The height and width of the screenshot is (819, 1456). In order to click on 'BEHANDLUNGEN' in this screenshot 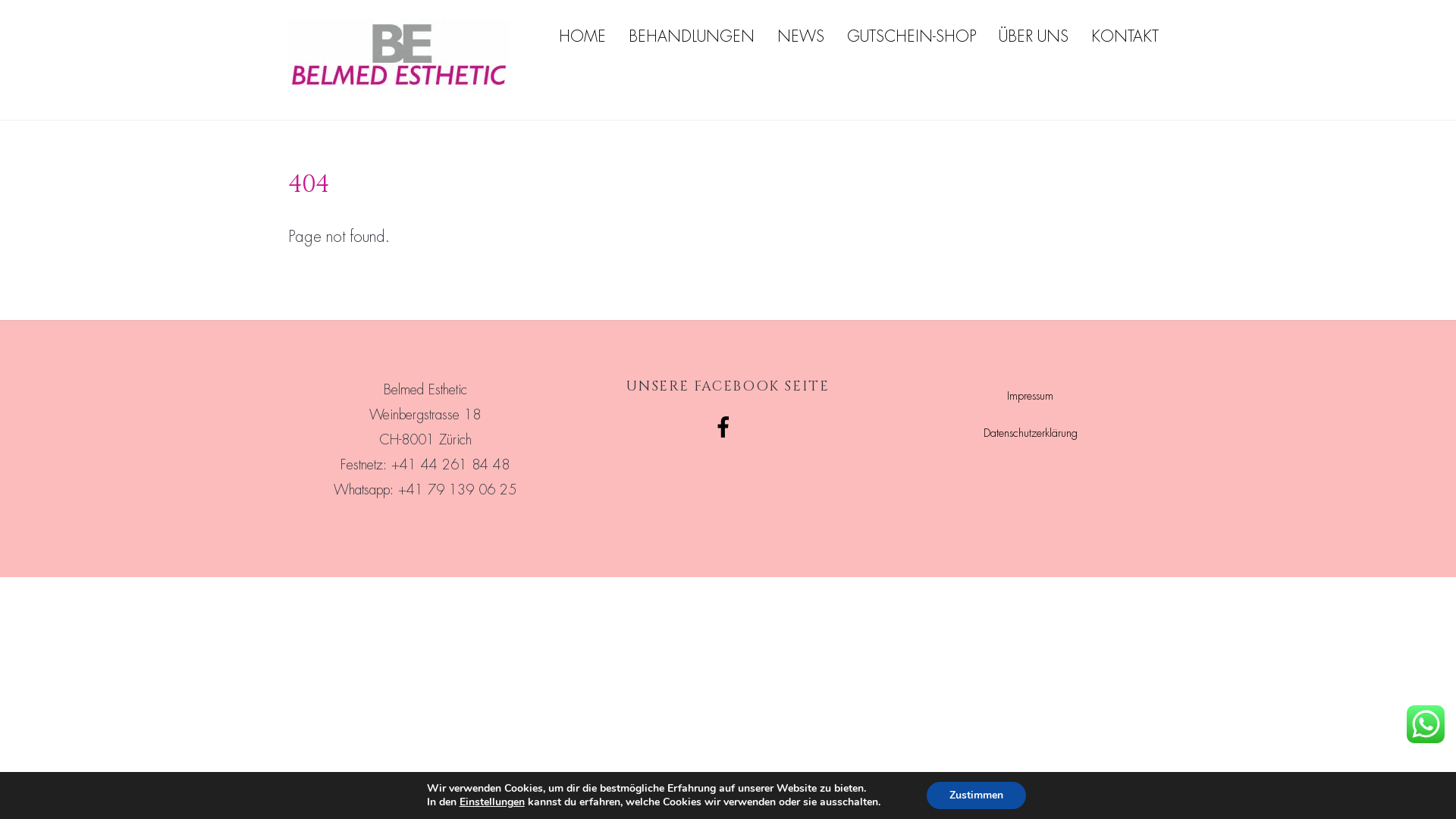, I will do `click(691, 36)`.